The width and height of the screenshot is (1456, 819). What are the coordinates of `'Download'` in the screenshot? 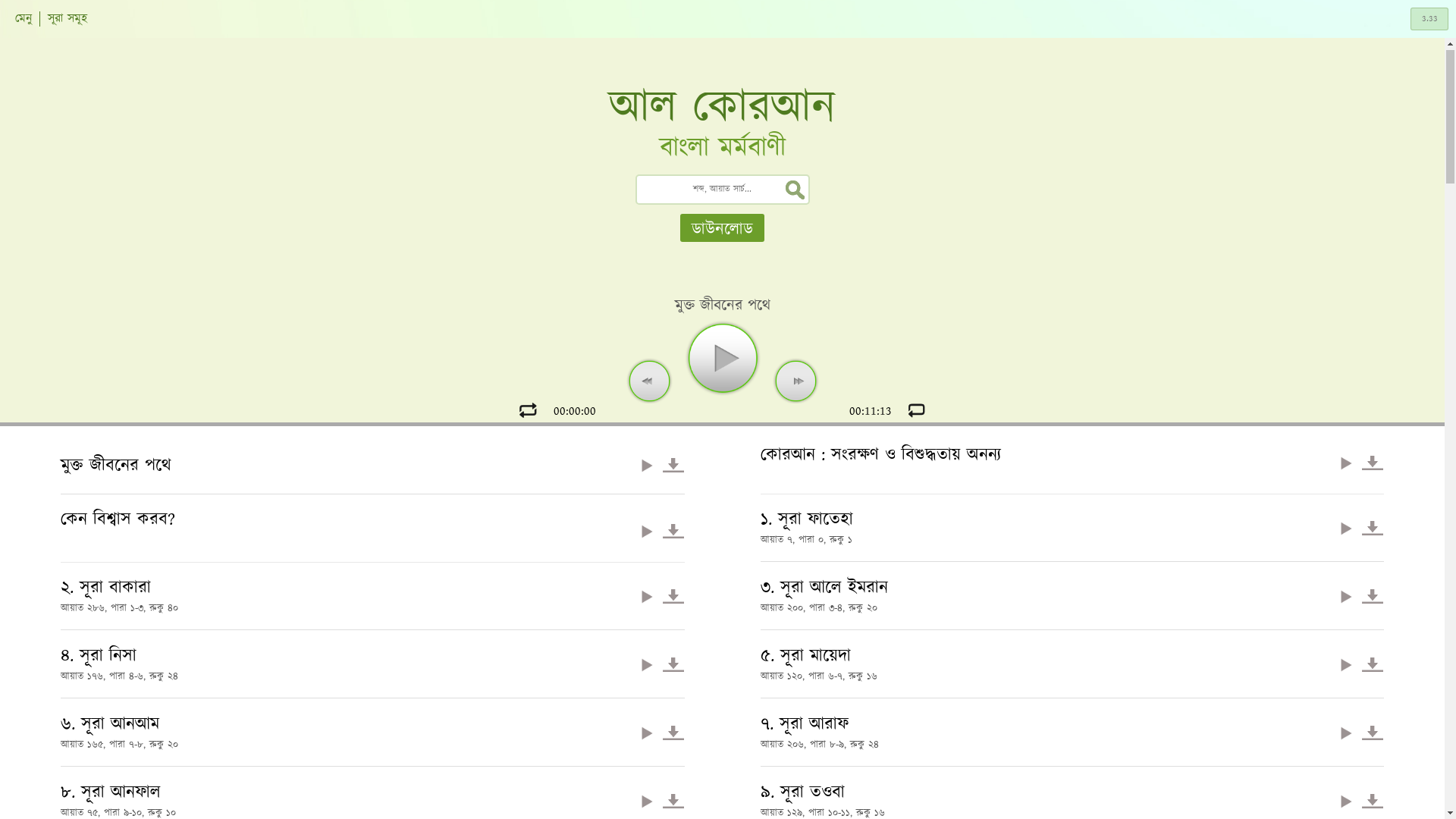 It's located at (1361, 732).